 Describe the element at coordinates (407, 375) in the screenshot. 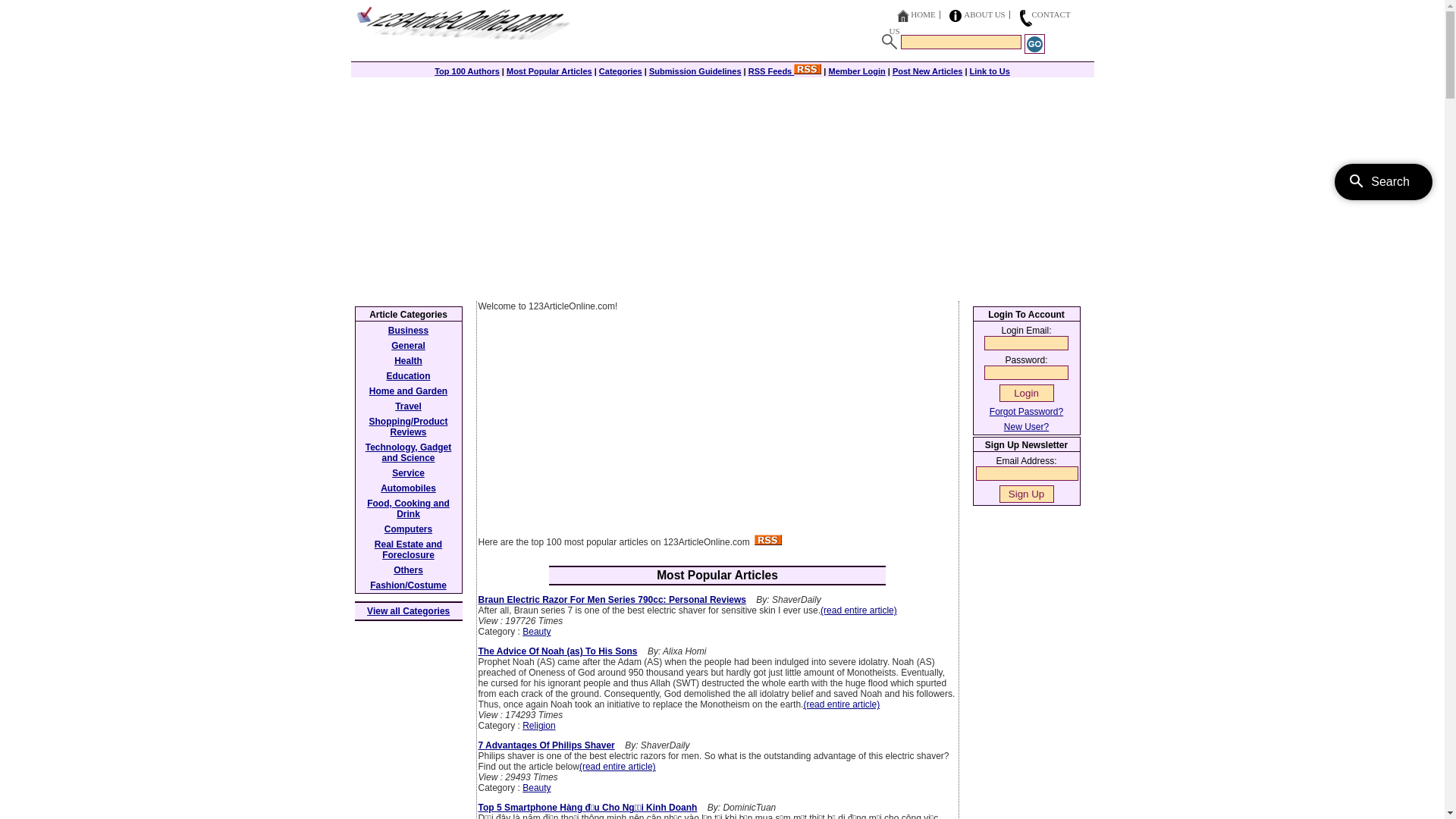

I see `'Education'` at that location.